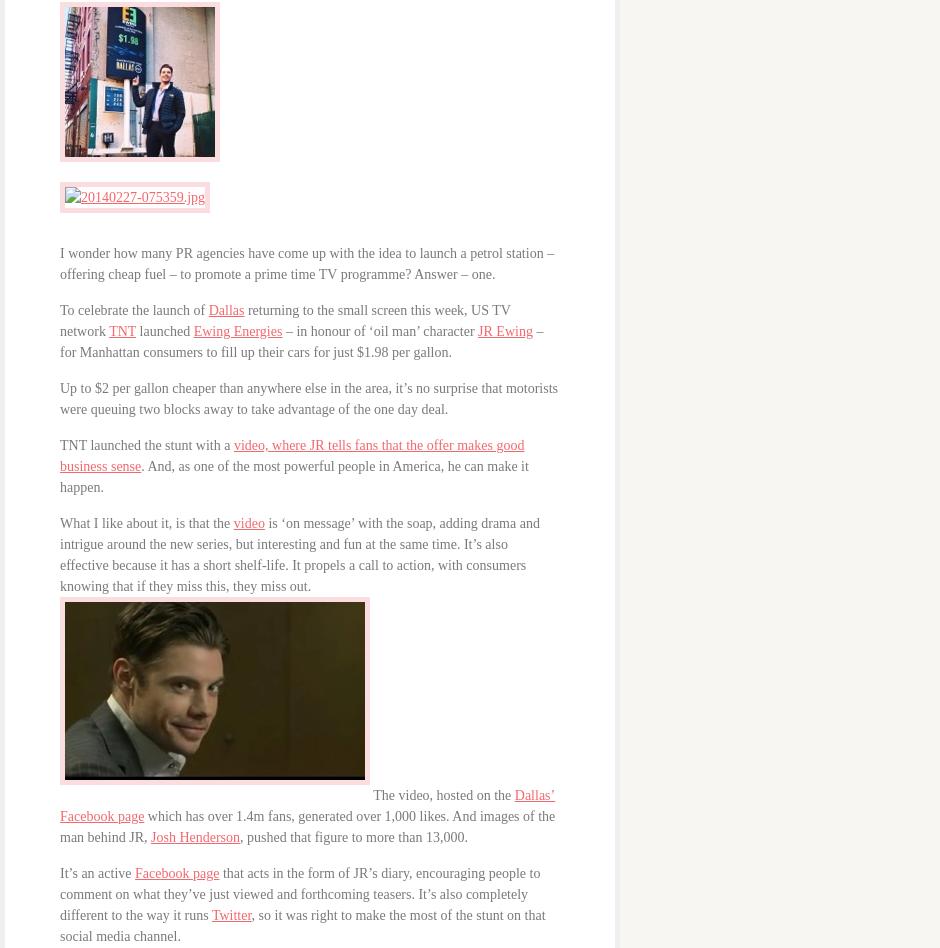  I want to click on '– in honour of ‘oil man’ character', so click(379, 331).